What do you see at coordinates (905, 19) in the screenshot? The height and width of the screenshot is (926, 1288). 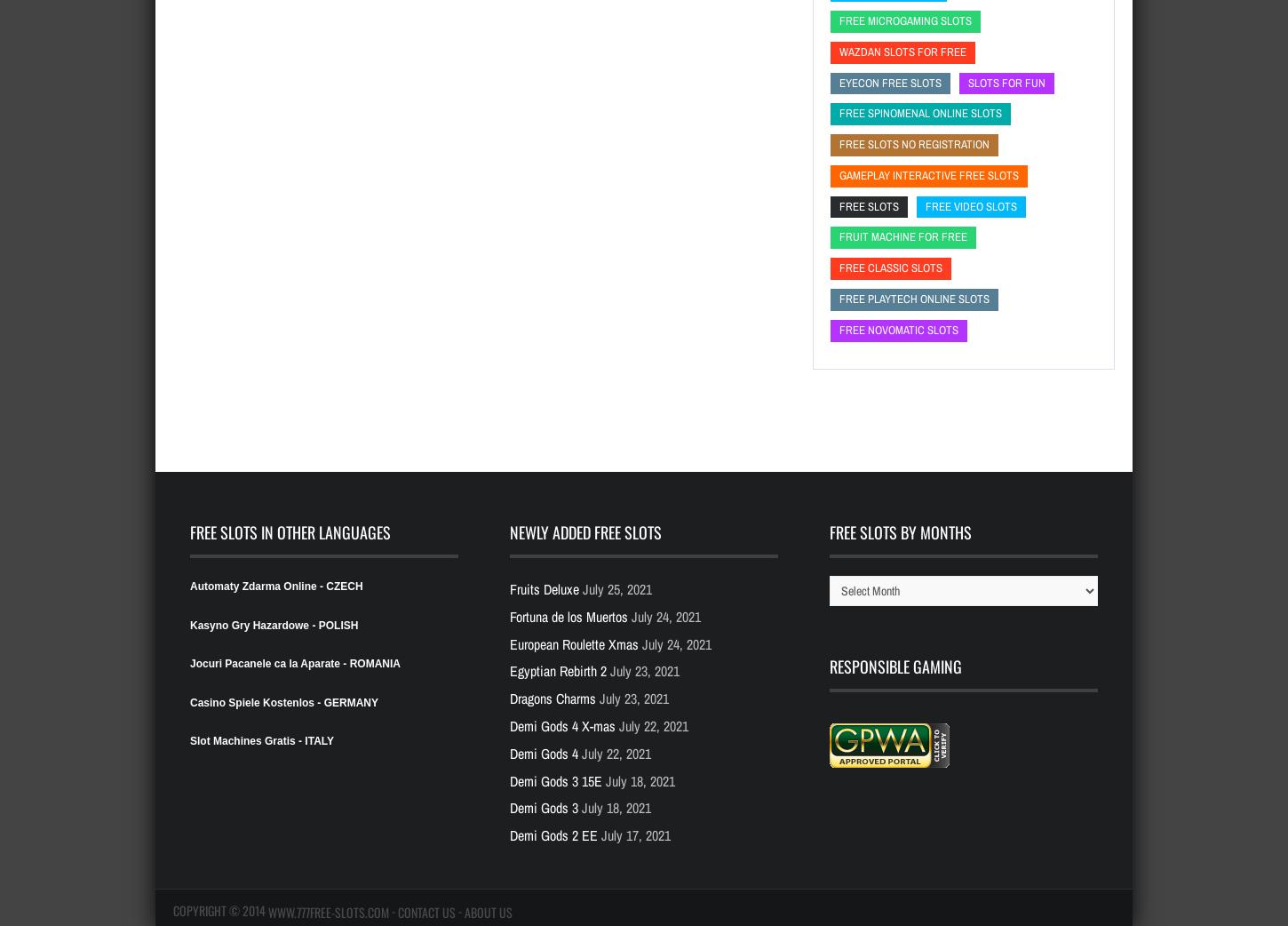 I see `'free microgaming slots'` at bounding box center [905, 19].